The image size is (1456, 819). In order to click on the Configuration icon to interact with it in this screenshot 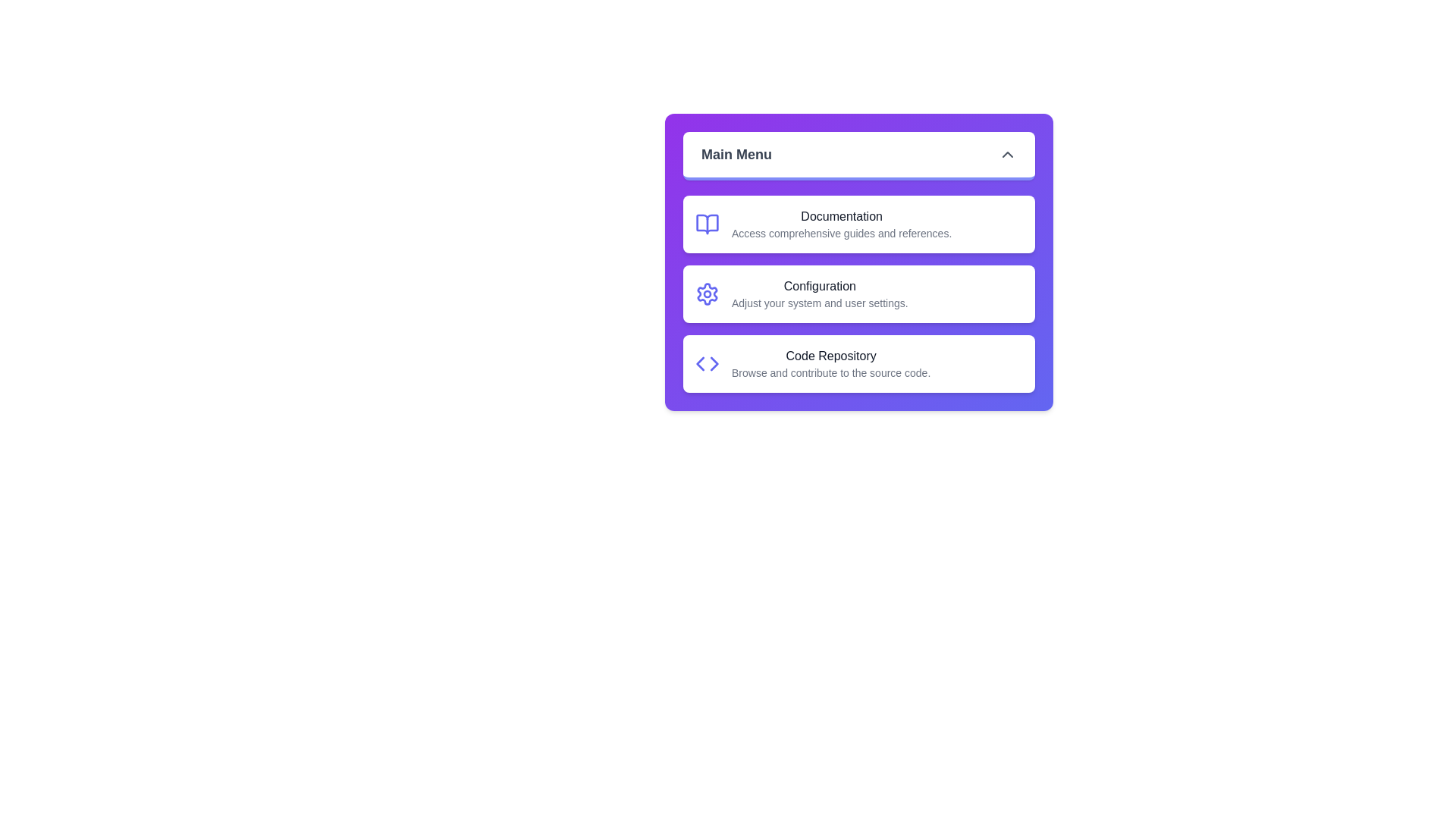, I will do `click(706, 294)`.